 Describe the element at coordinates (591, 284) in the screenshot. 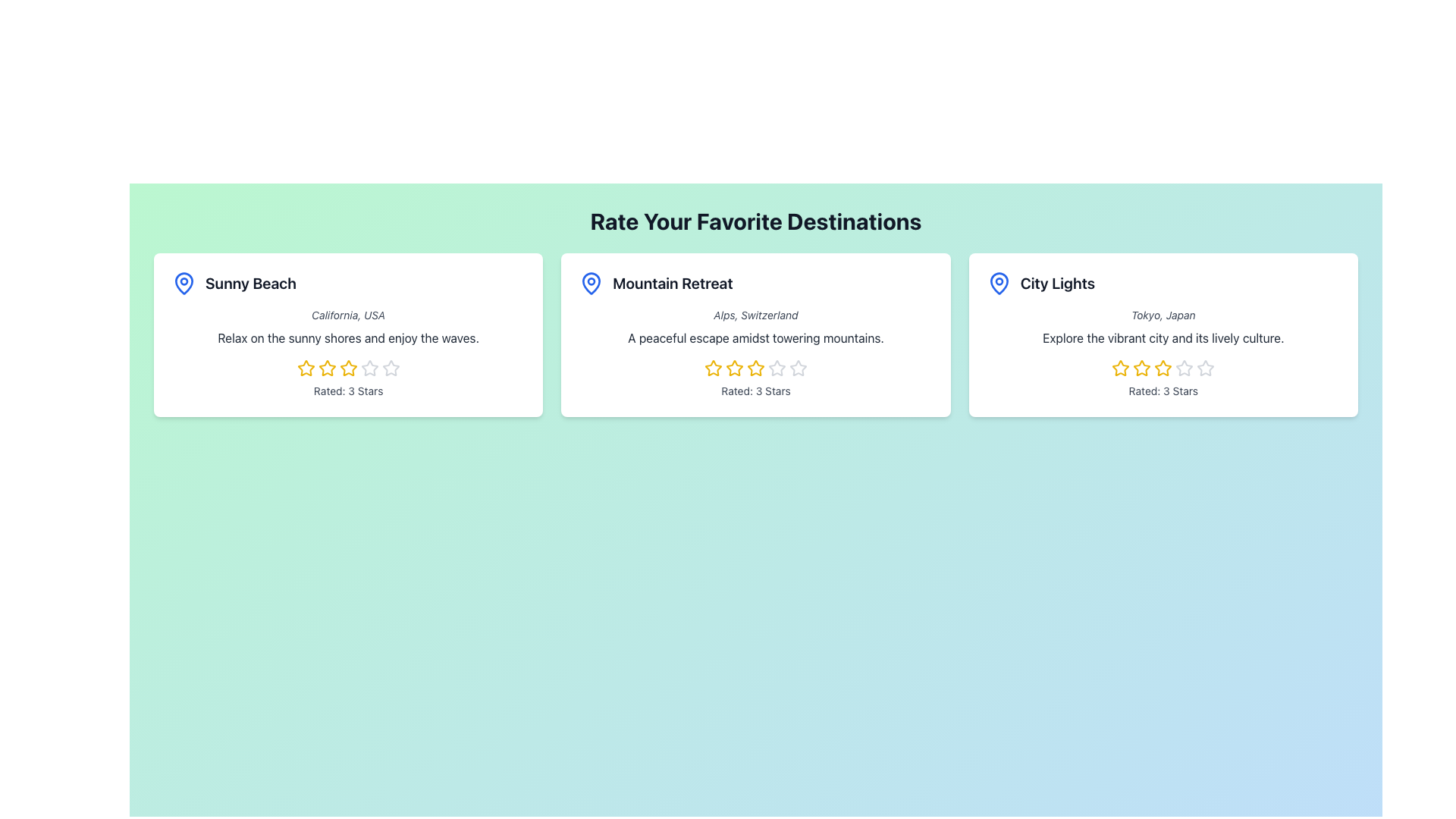

I see `the blue pin icon resembling a location marker located to the left of the 'Mountain Retreat' text` at that location.